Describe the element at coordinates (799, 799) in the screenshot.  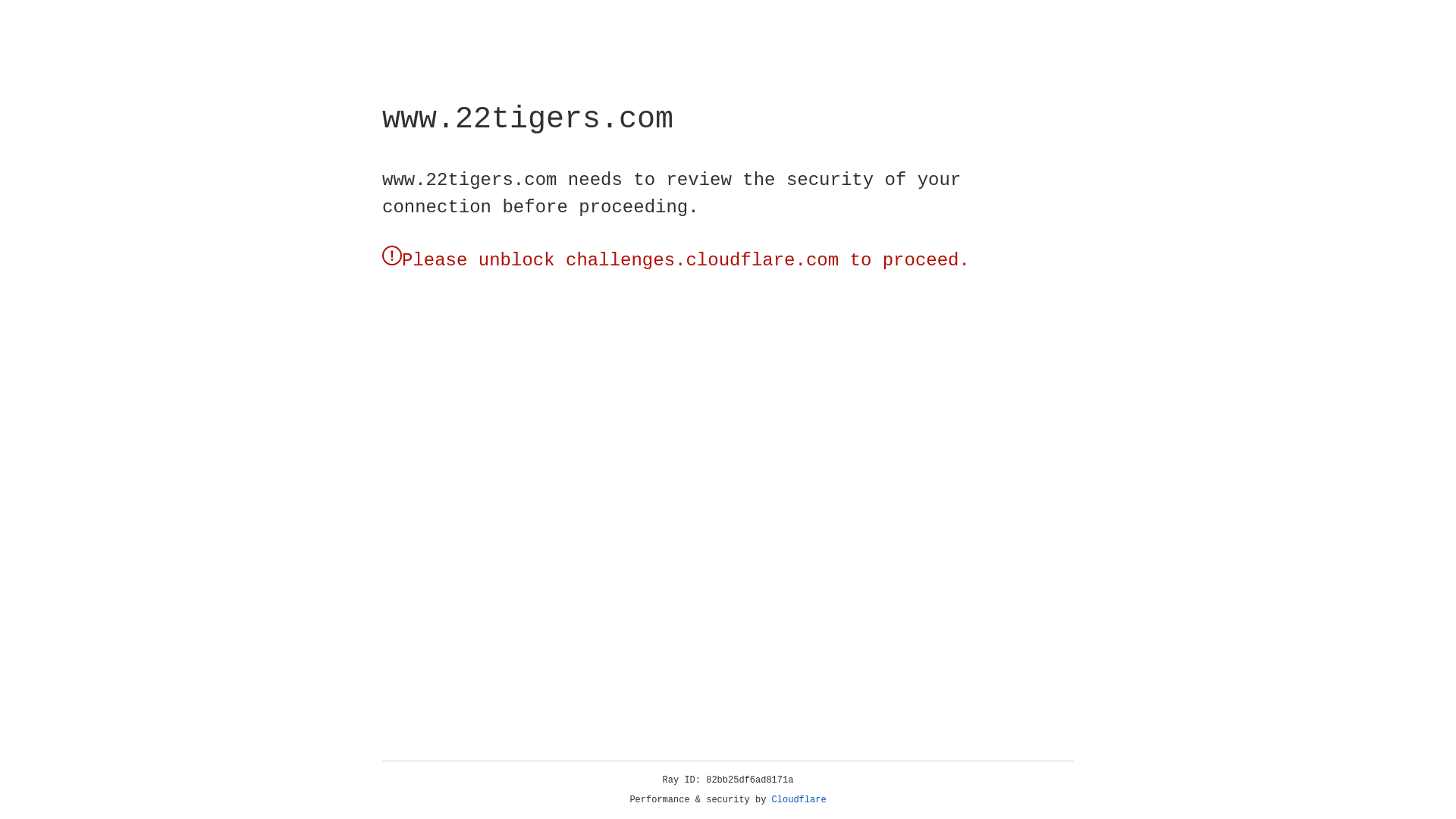
I see `'Cloudflare'` at that location.